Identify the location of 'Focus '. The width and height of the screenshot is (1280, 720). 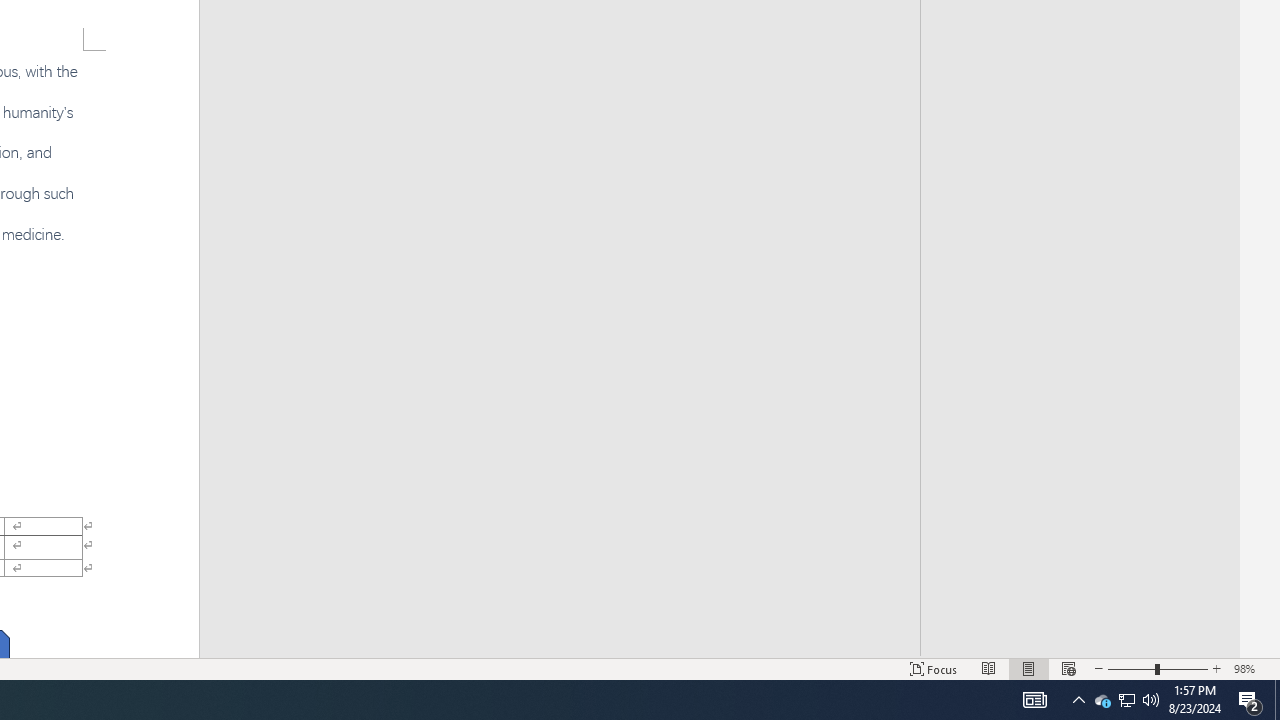
(933, 669).